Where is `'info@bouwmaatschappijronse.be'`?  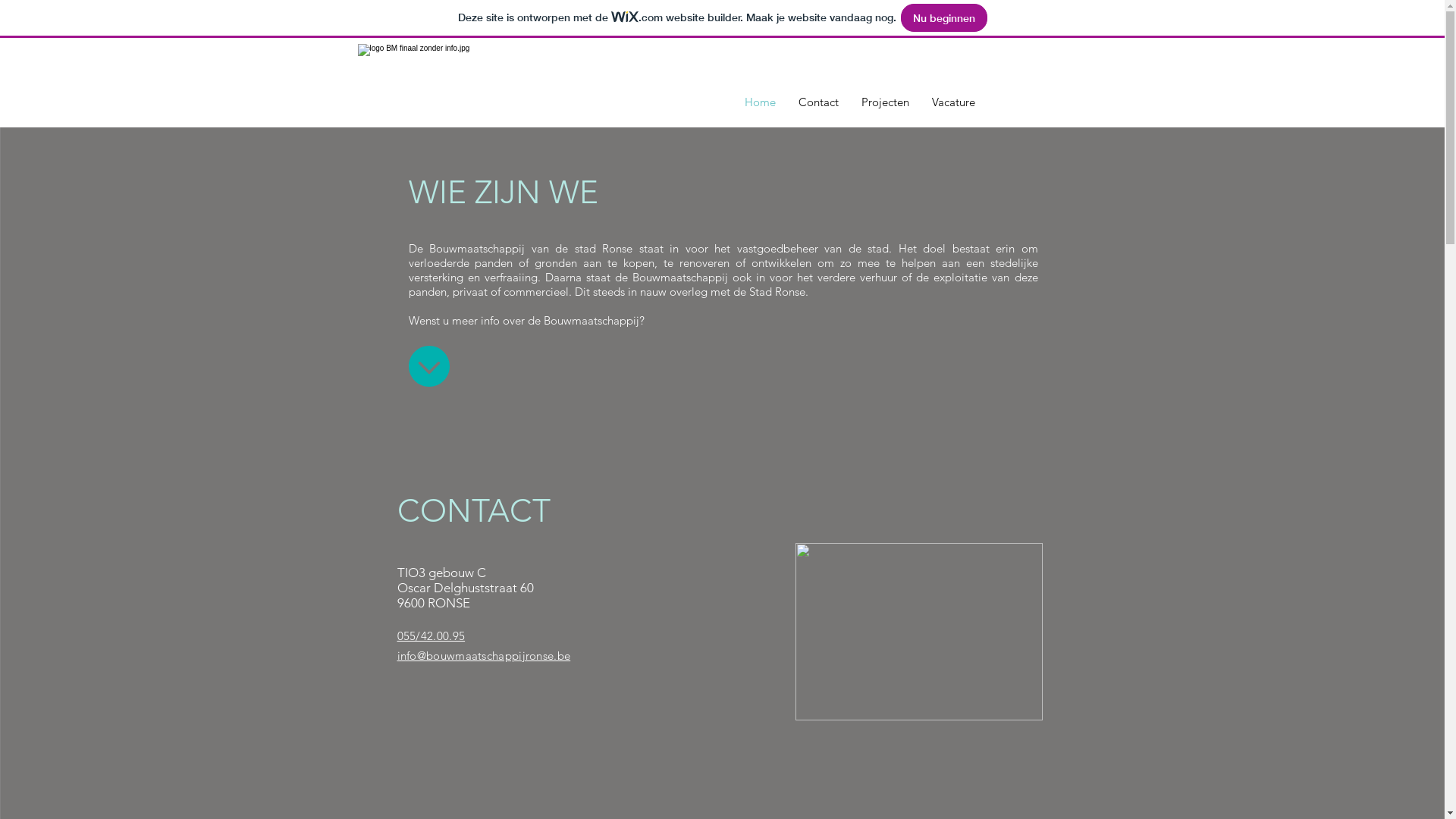 'info@bouwmaatschappijronse.be' is located at coordinates (483, 654).